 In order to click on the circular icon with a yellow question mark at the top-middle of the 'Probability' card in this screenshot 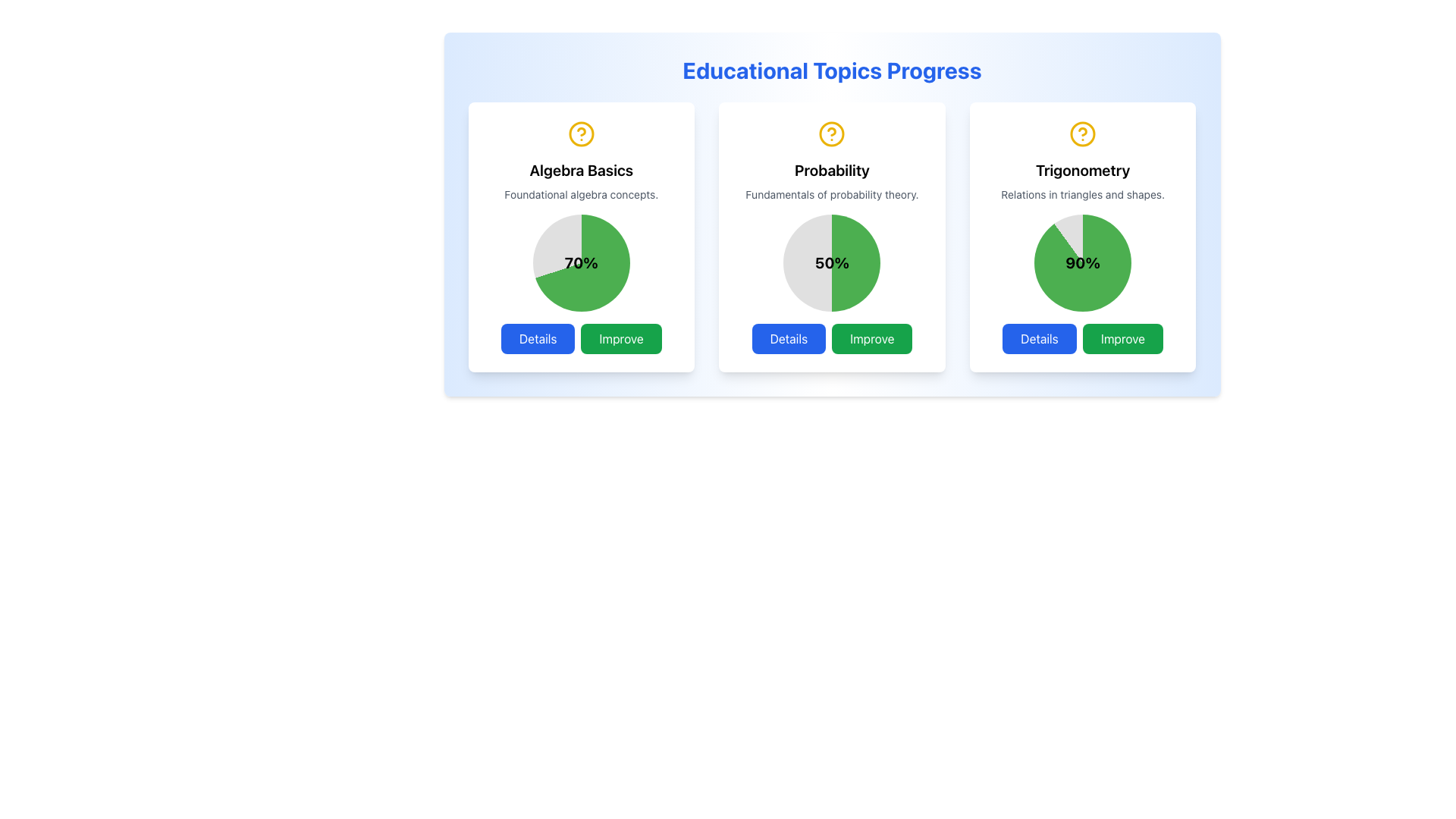, I will do `click(831, 133)`.